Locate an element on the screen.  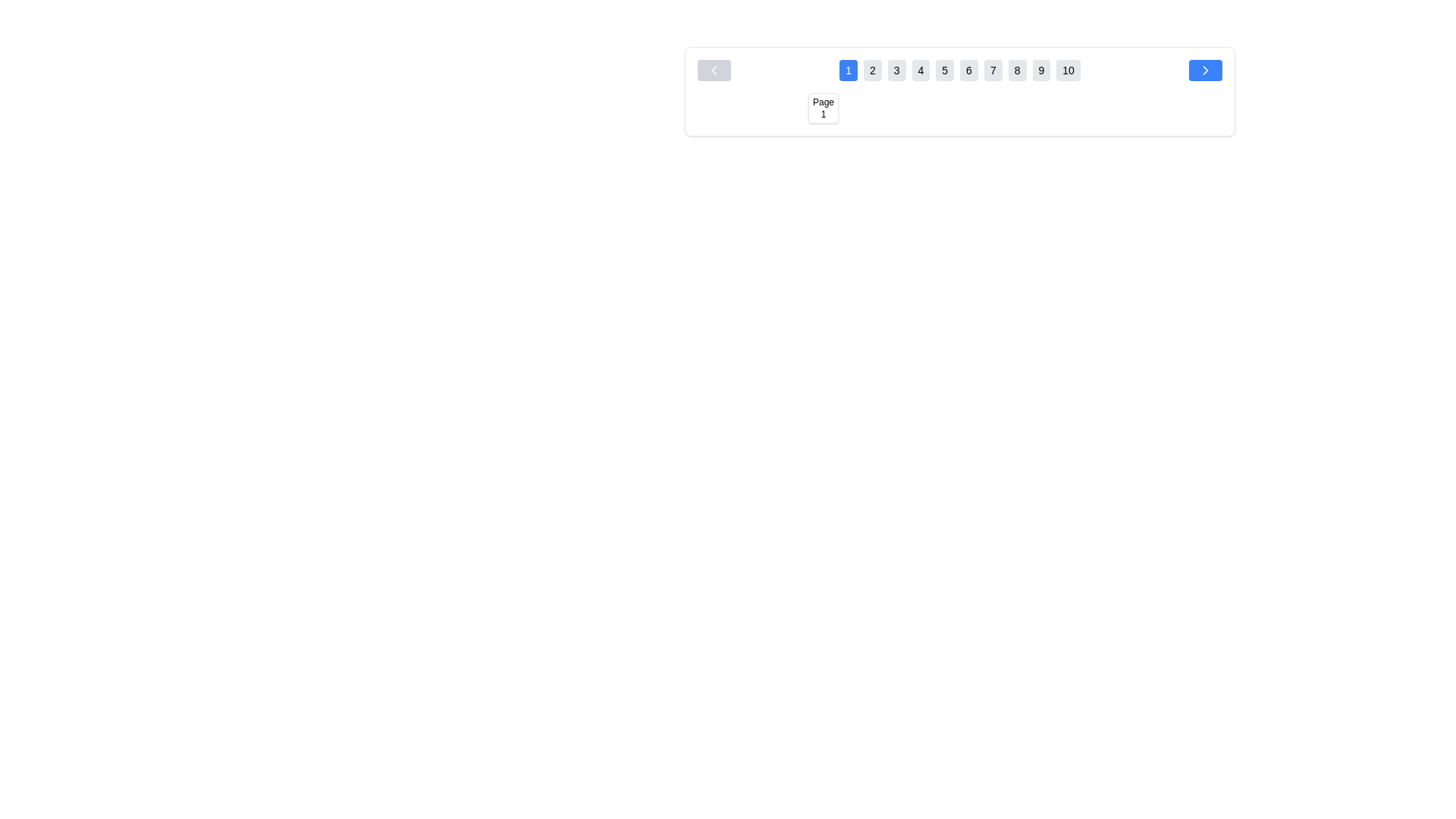
the navigation button labeled '1' on the far-left side of the button group is located at coordinates (847, 70).